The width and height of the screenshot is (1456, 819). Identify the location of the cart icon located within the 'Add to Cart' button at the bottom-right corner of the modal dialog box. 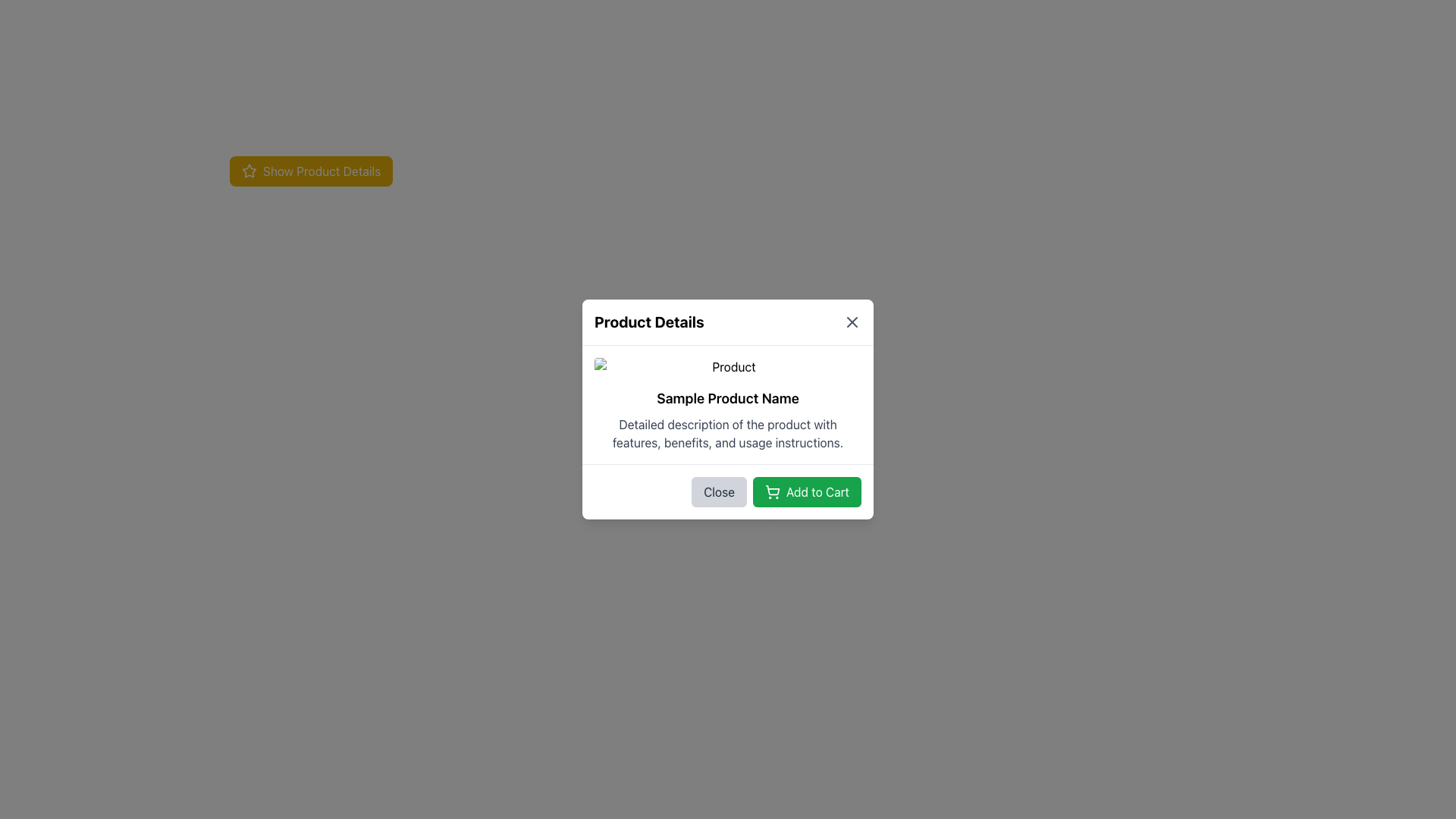
(772, 490).